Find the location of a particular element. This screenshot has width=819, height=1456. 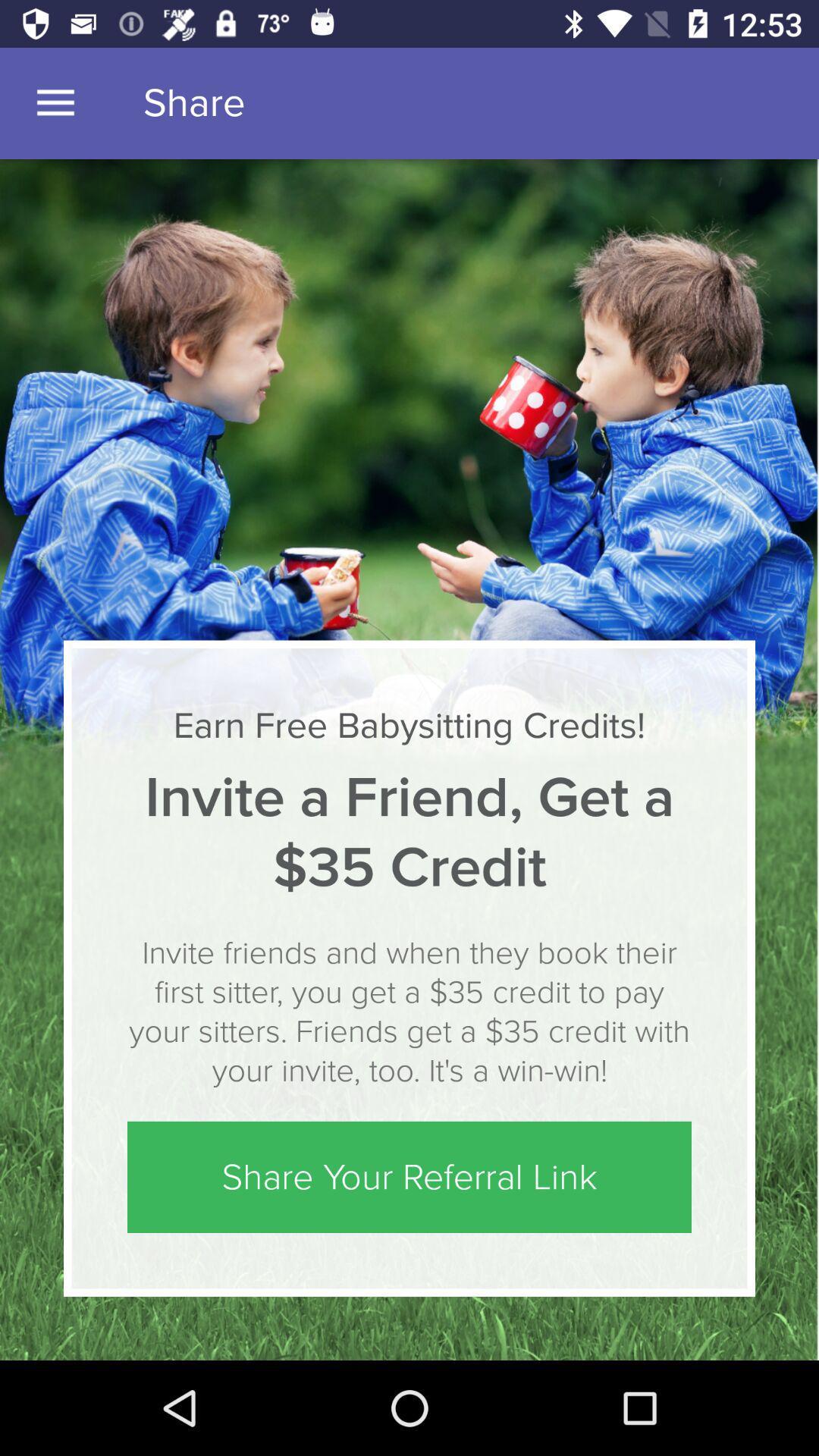

icon next to share is located at coordinates (55, 102).